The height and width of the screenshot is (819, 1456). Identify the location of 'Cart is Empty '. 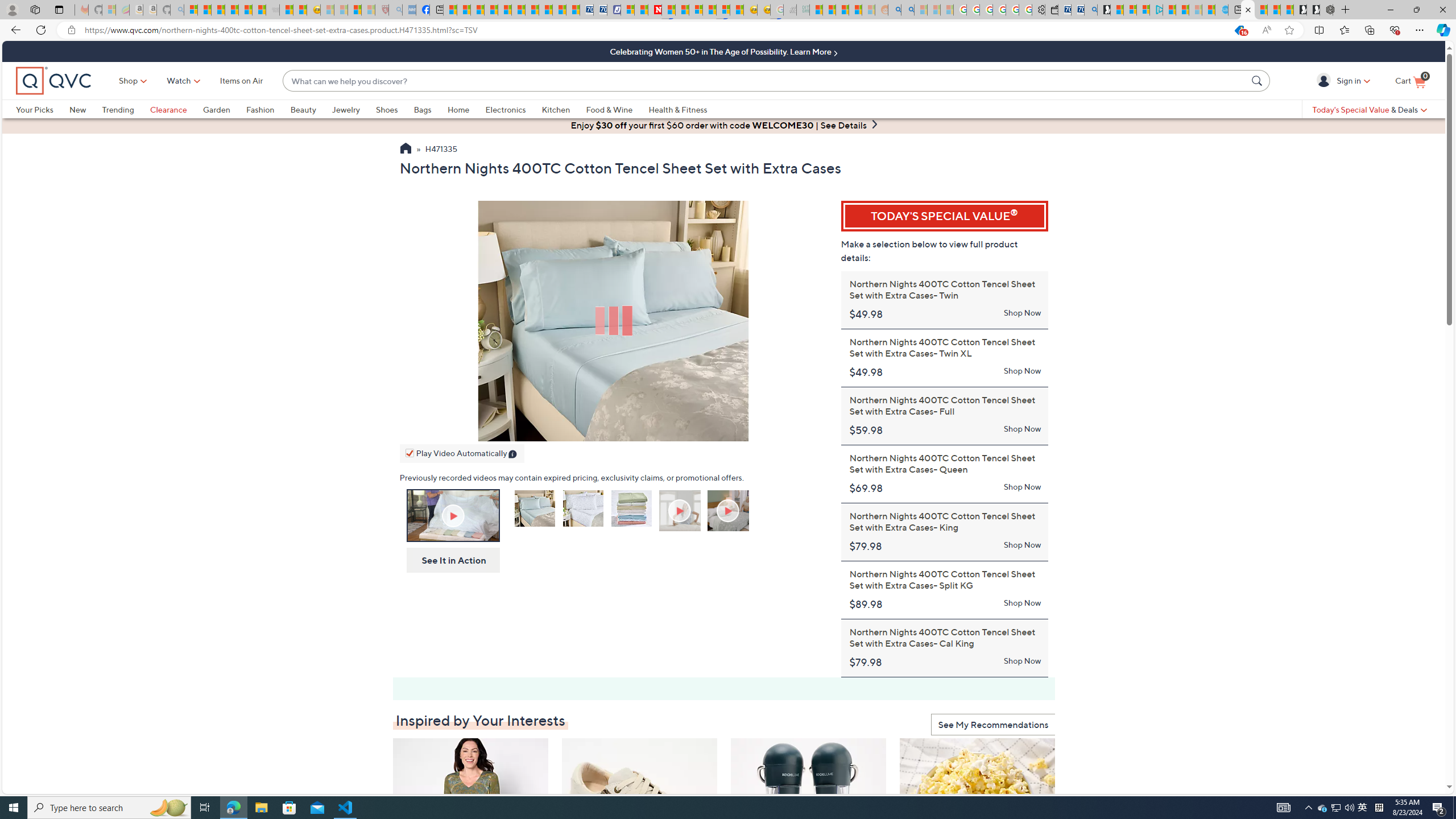
(1409, 81).